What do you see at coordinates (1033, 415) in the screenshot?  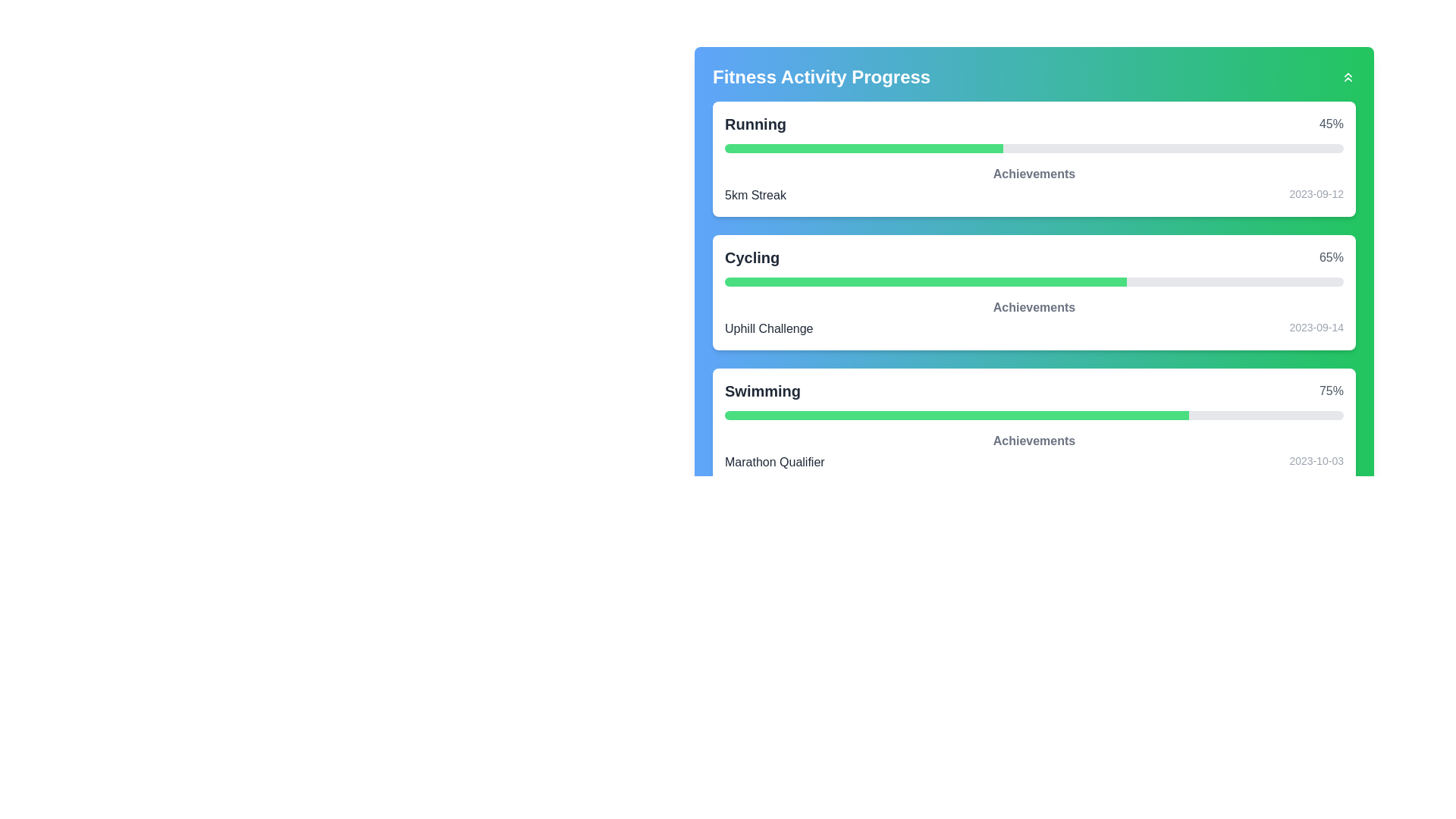 I see `the horizontal progress bar that is light gray with a green fill indicating 75% progress, located below the 'Swimming' label and above the 'Achievements' label` at bounding box center [1033, 415].